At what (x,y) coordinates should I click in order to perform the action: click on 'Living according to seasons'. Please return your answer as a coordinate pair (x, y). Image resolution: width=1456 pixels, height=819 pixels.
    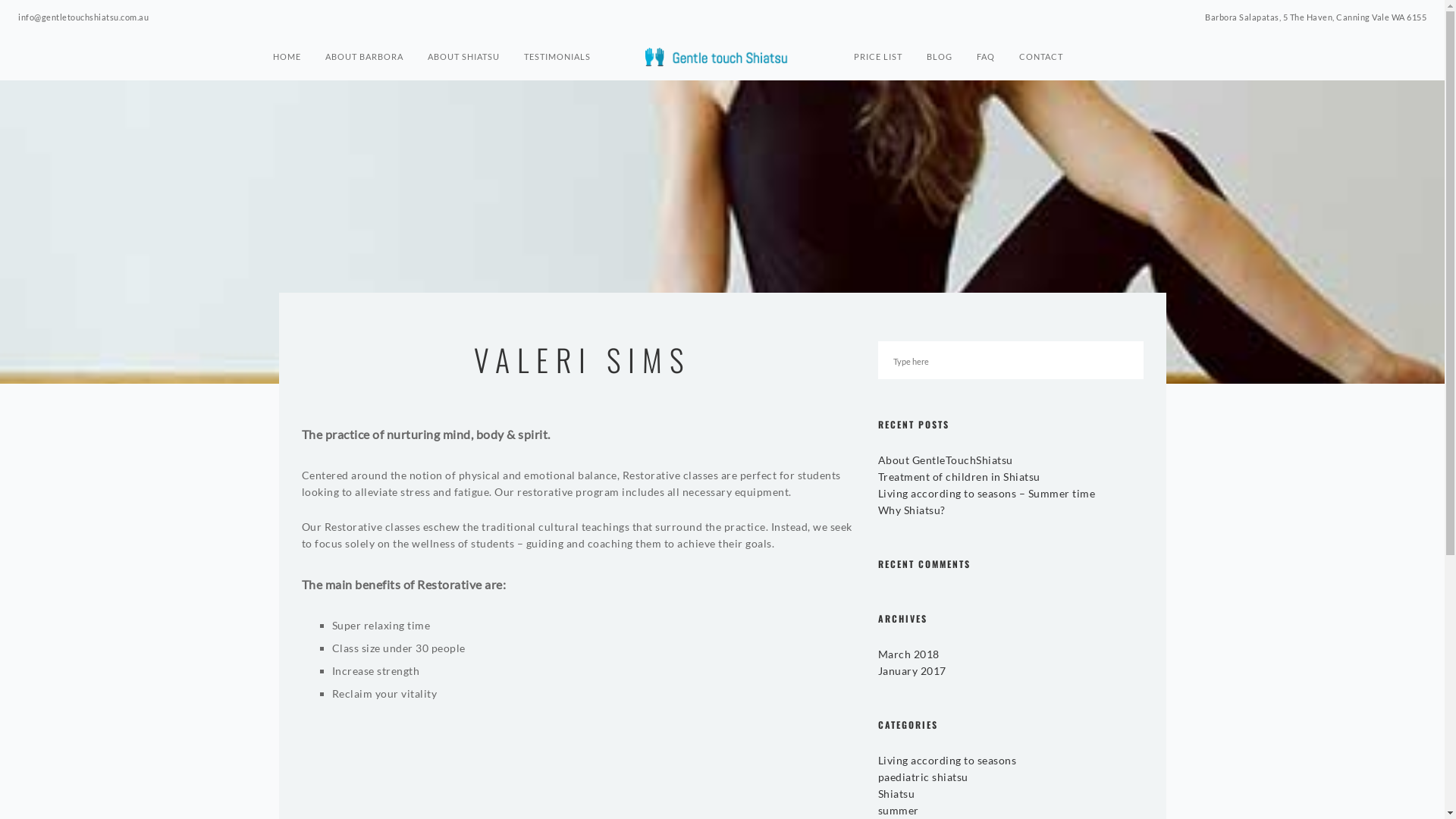
    Looking at the image, I should click on (946, 760).